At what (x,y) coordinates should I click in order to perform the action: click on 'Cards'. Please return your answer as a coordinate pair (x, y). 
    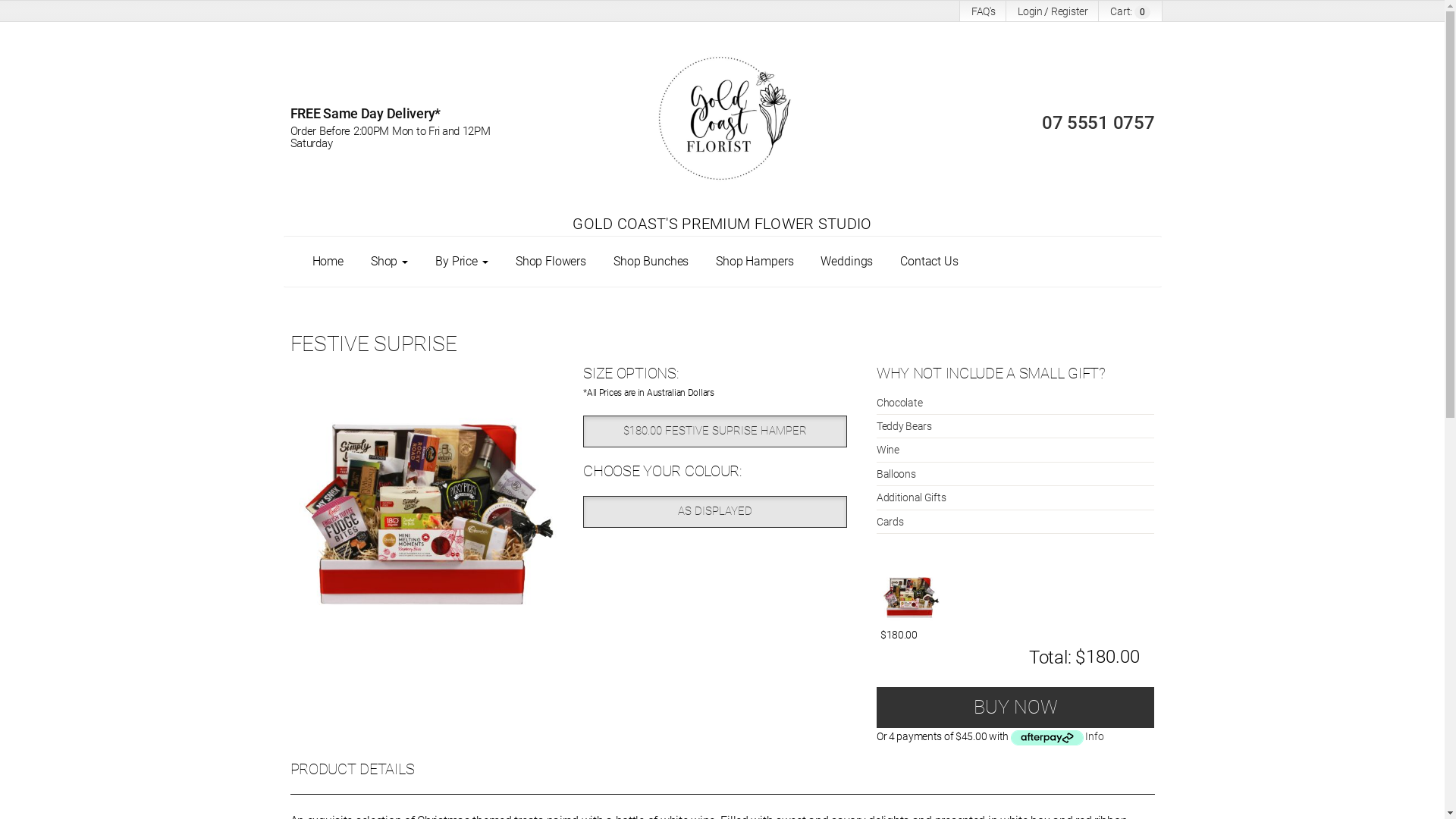
    Looking at the image, I should click on (1015, 520).